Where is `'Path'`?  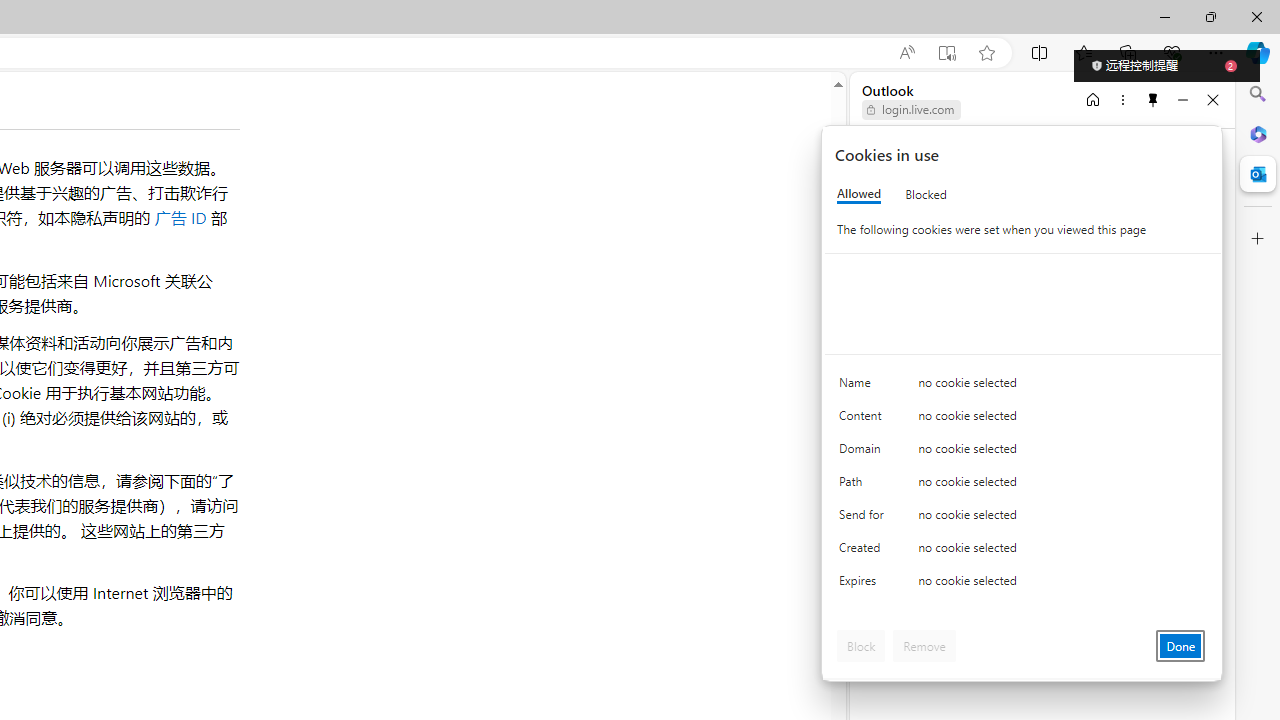
'Path' is located at coordinates (865, 486).